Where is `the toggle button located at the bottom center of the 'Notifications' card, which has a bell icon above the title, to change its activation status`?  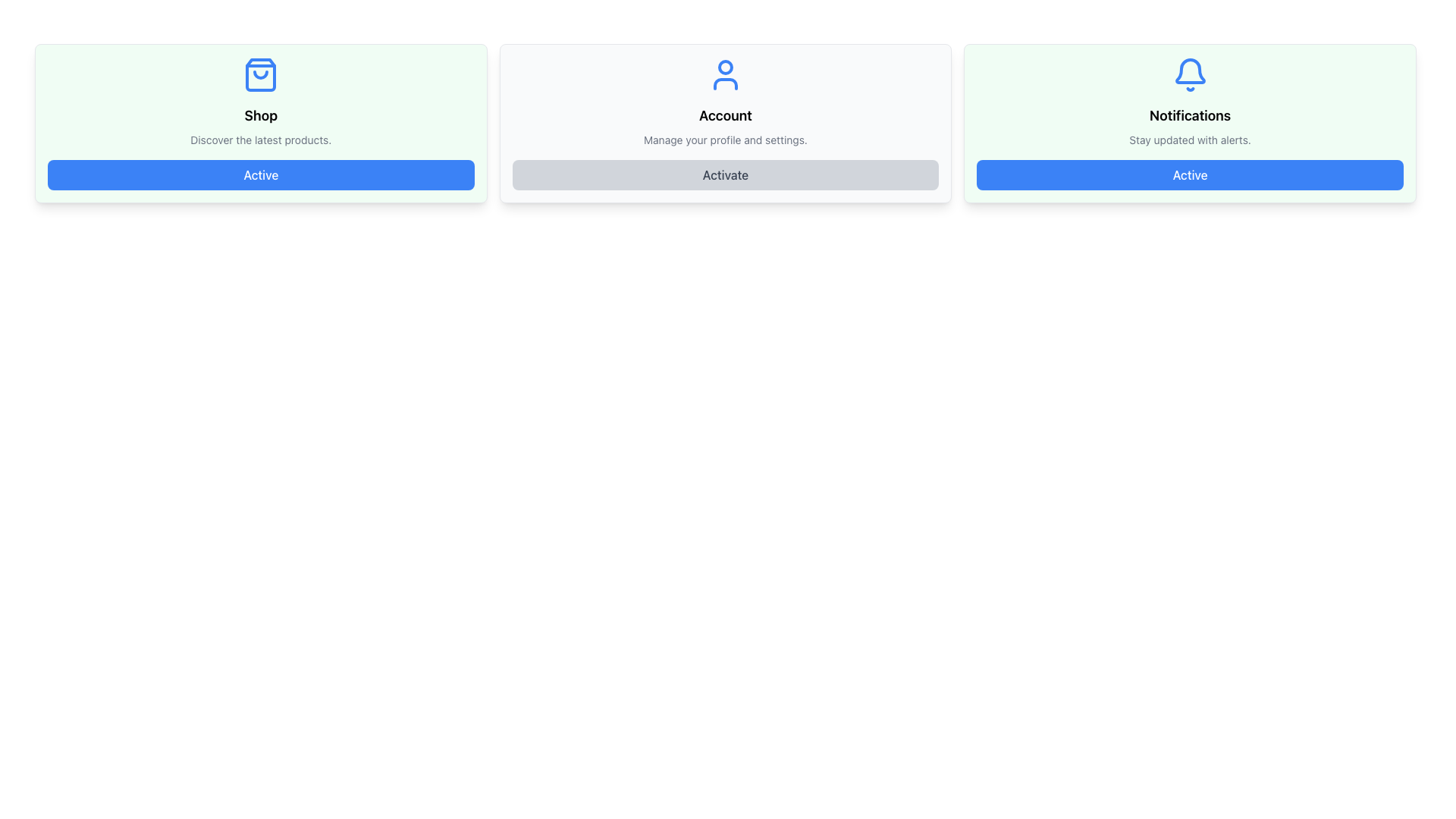
the toggle button located at the bottom center of the 'Notifications' card, which has a bell icon above the title, to change its activation status is located at coordinates (1189, 174).